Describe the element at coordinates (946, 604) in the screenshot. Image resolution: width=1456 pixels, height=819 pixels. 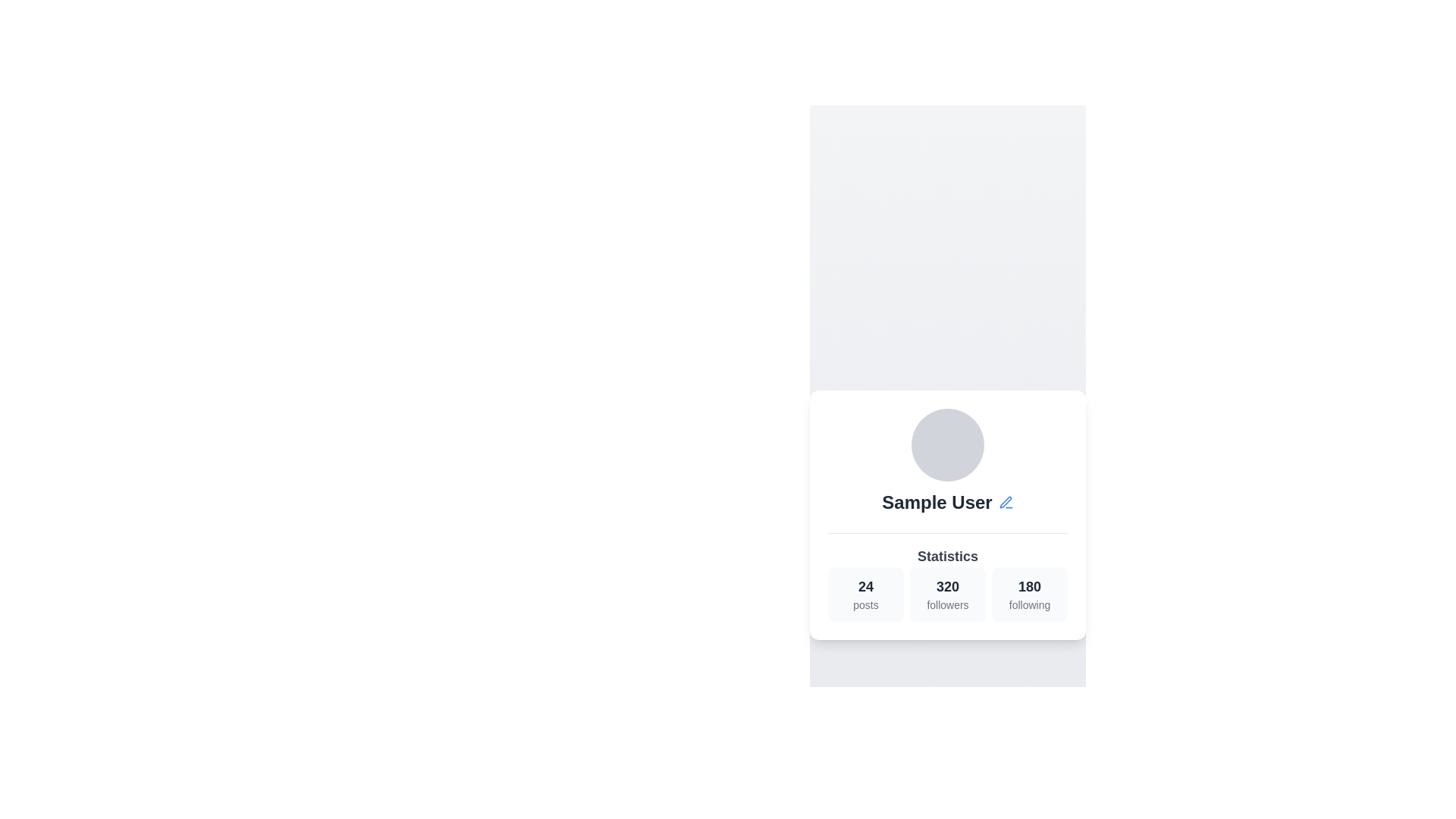
I see `the static text label that describes the followers count, located beneath the number '320' in the central statistics card` at that location.